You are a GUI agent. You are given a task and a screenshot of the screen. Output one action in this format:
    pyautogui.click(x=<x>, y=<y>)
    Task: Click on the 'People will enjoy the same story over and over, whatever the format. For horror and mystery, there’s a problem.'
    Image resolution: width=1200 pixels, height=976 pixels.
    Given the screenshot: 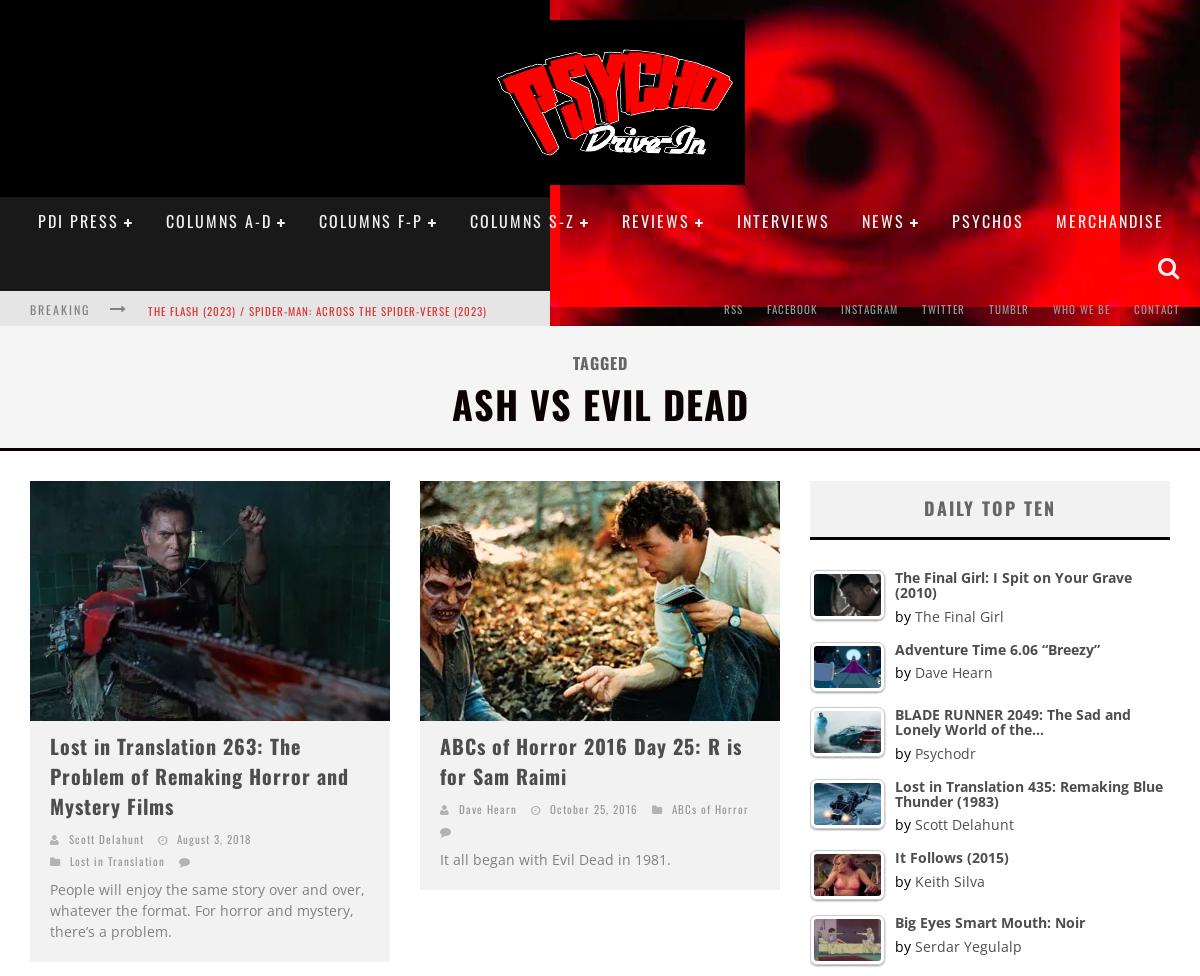 What is the action you would take?
    pyautogui.click(x=206, y=909)
    